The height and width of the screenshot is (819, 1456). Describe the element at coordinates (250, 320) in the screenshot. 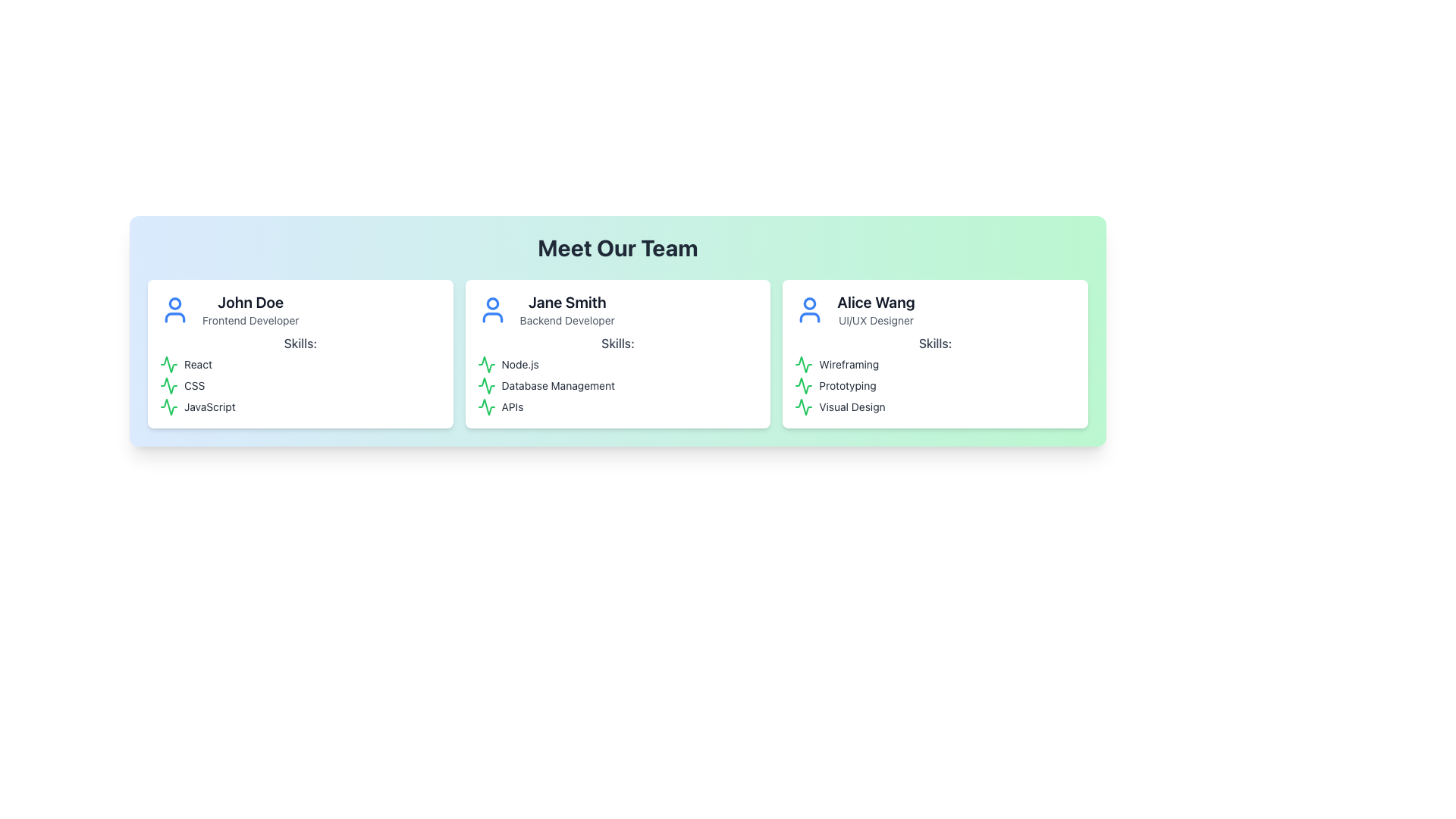

I see `the text label displaying 'Frontend Developer' which is styled in gray and positioned directly beneath 'John Doe' in the 'Meet Our Team' section` at that location.